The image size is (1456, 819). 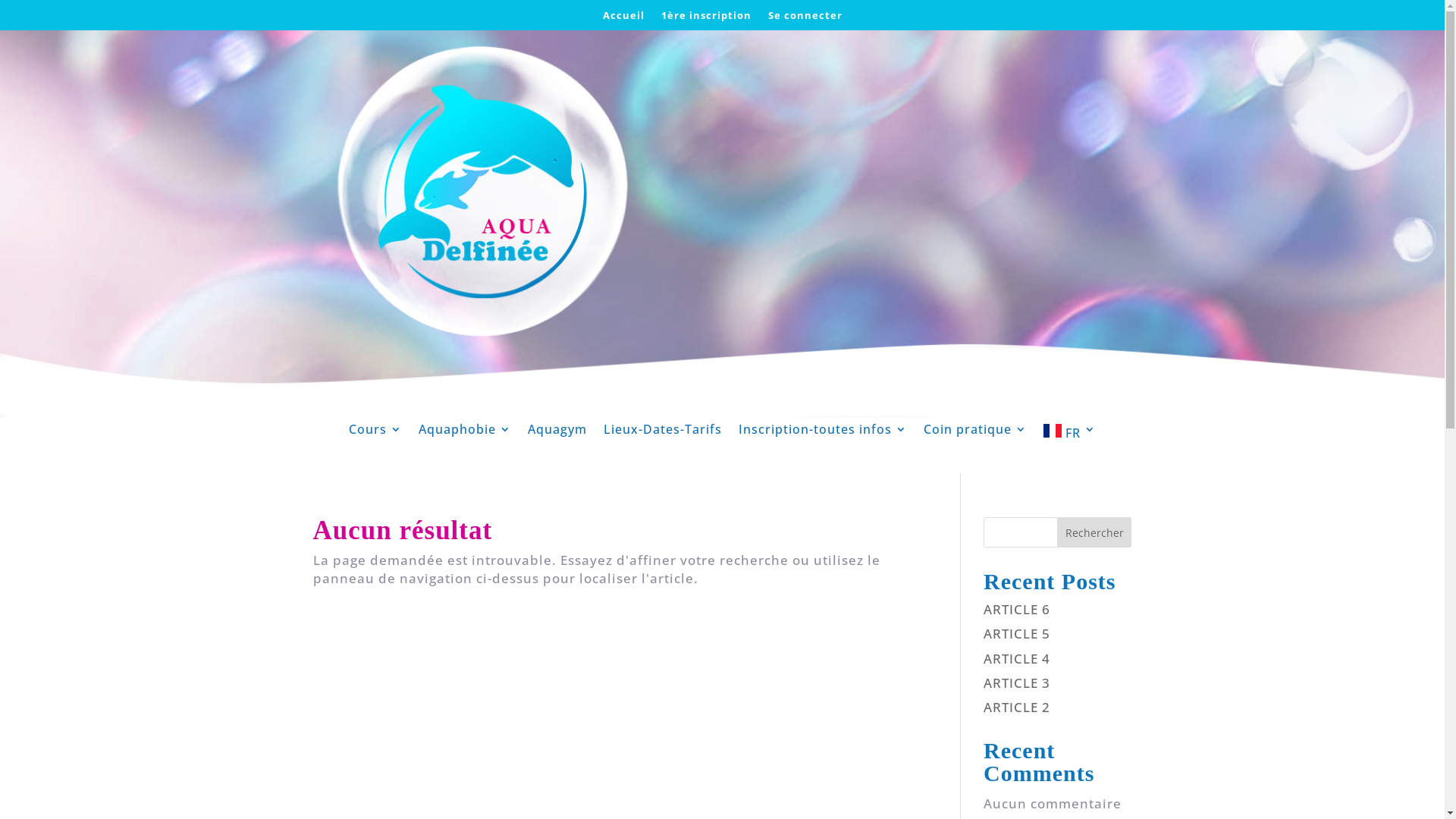 What do you see at coordinates (375, 434) in the screenshot?
I see `'Cours'` at bounding box center [375, 434].